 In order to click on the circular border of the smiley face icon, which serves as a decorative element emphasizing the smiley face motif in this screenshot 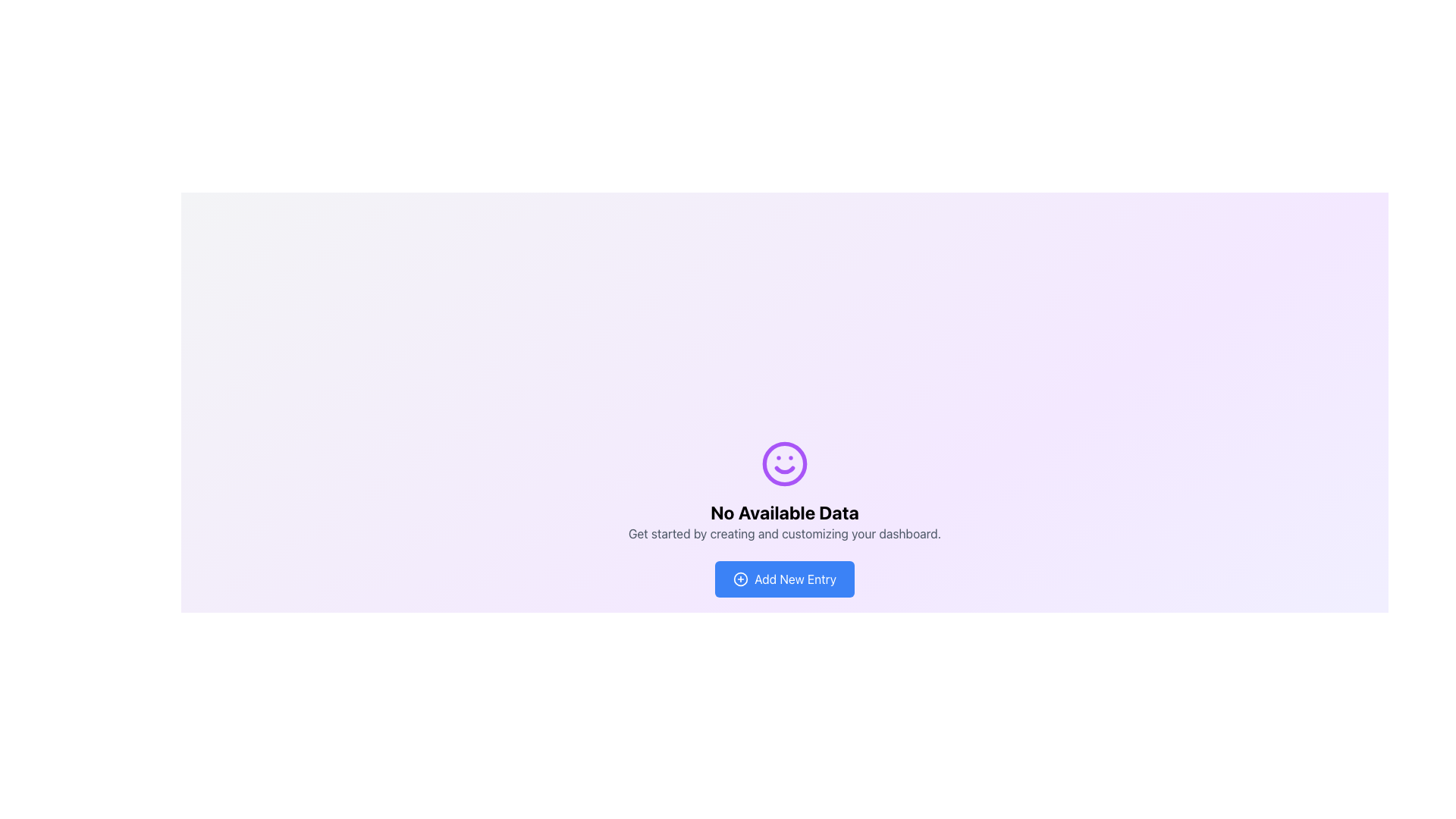, I will do `click(785, 463)`.